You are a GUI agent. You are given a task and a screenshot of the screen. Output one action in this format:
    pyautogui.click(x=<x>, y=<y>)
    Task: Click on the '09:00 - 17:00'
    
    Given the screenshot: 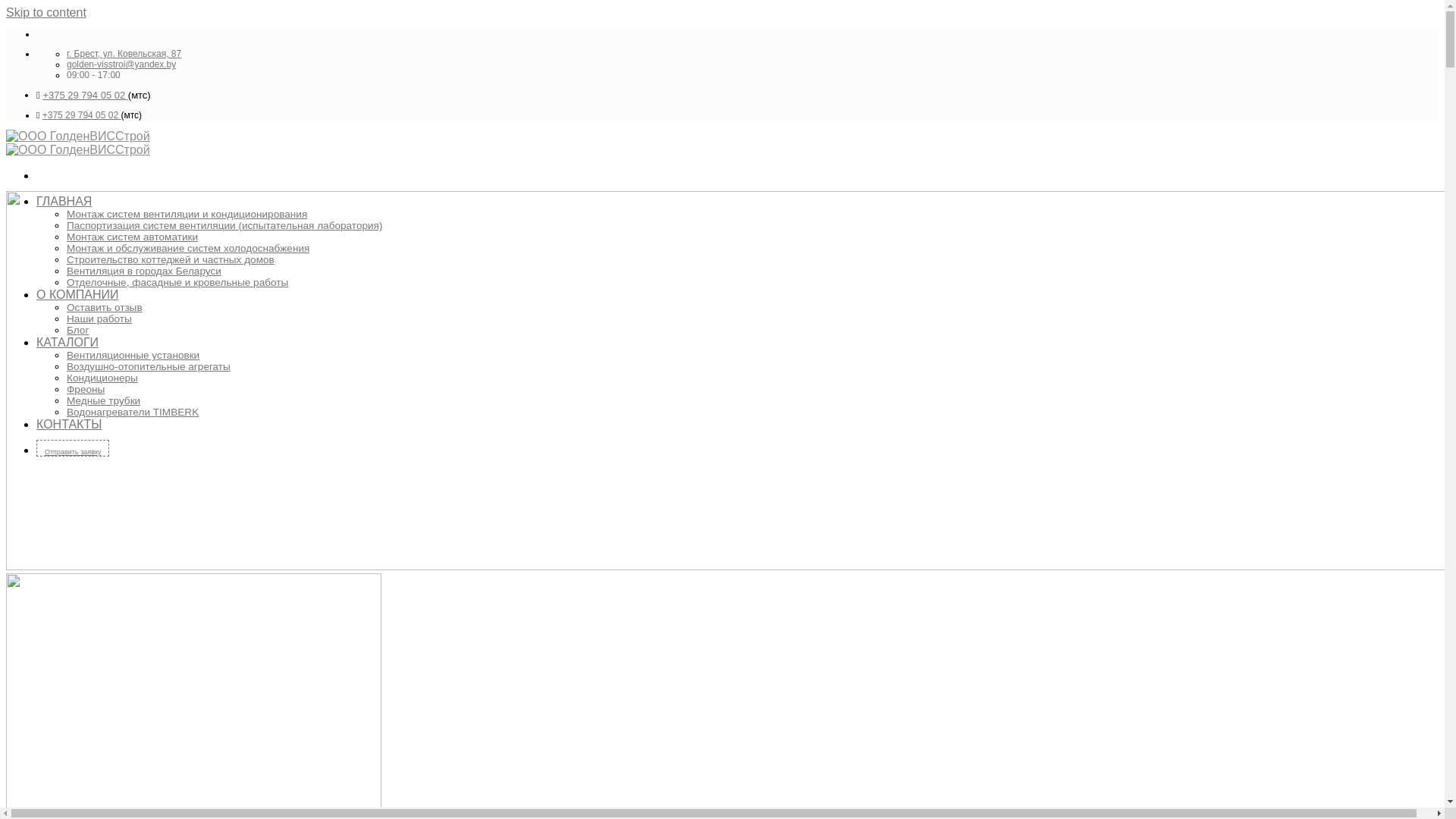 What is the action you would take?
    pyautogui.click(x=65, y=75)
    